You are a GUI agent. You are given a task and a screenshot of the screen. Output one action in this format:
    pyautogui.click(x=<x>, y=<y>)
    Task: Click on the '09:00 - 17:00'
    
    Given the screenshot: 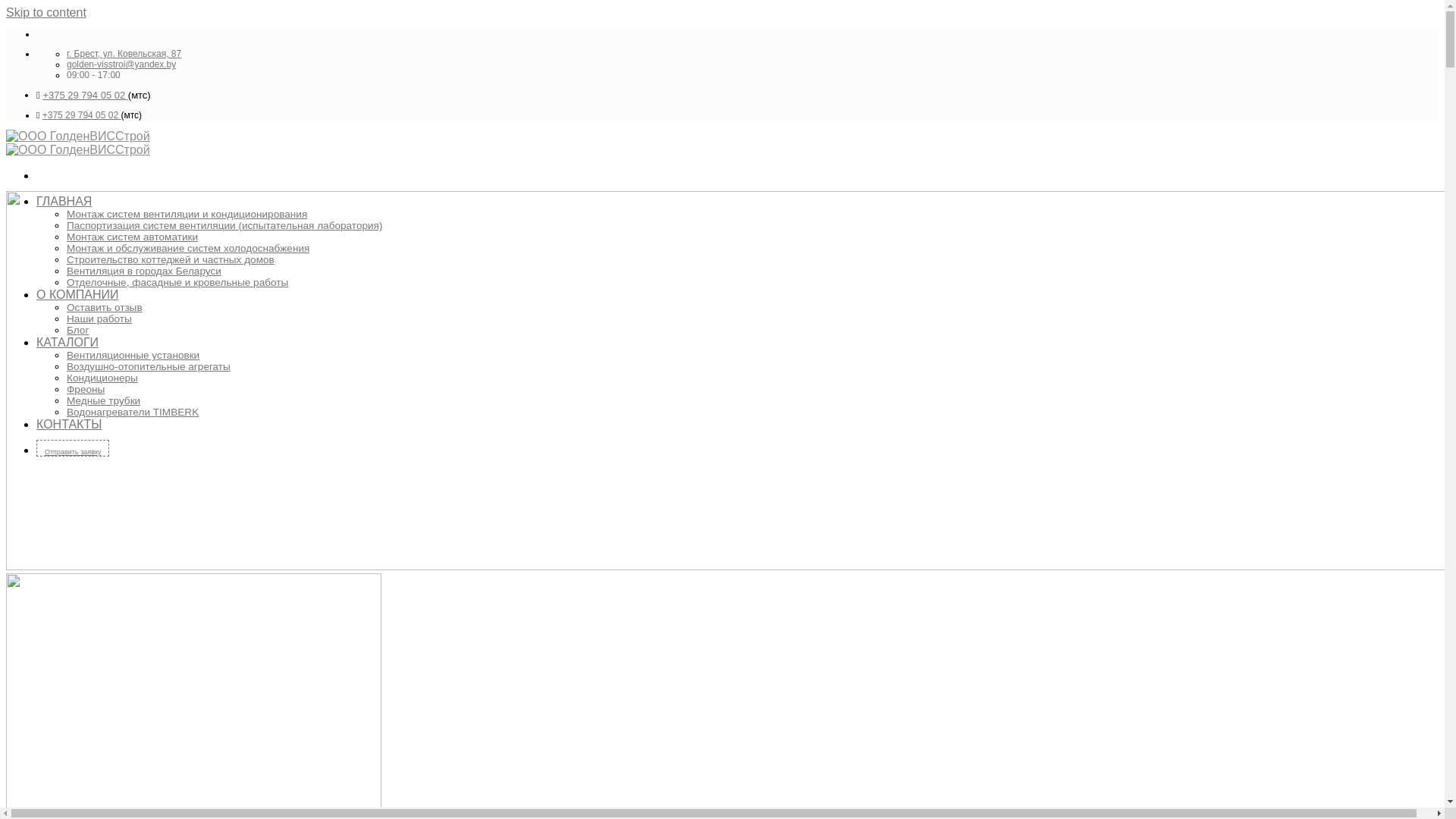 What is the action you would take?
    pyautogui.click(x=65, y=75)
    